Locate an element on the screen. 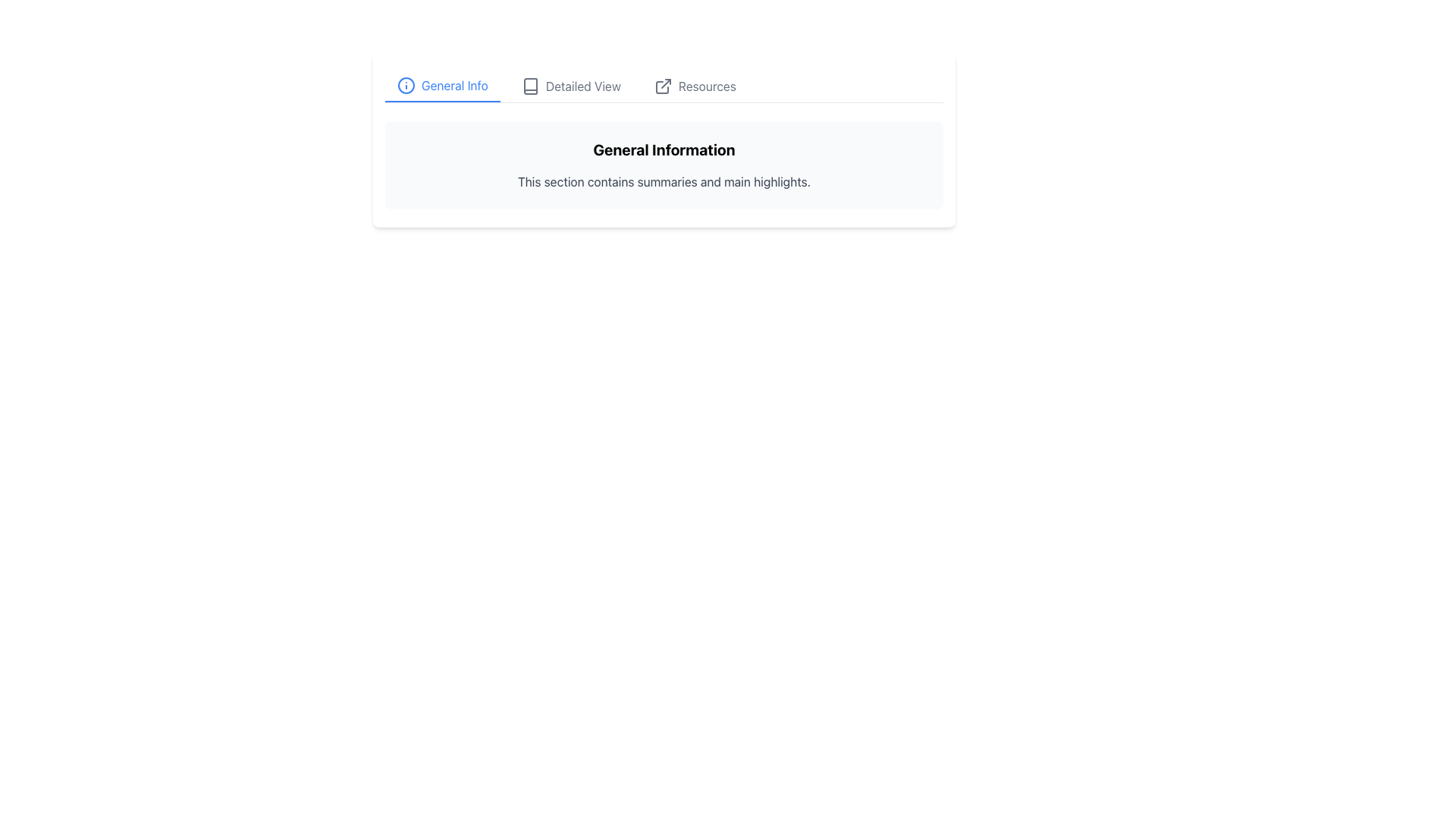 This screenshot has height=819, width=1456. text in the Informational Section located at the center of the upper half of the view, below the navigation toolbar is located at coordinates (664, 140).